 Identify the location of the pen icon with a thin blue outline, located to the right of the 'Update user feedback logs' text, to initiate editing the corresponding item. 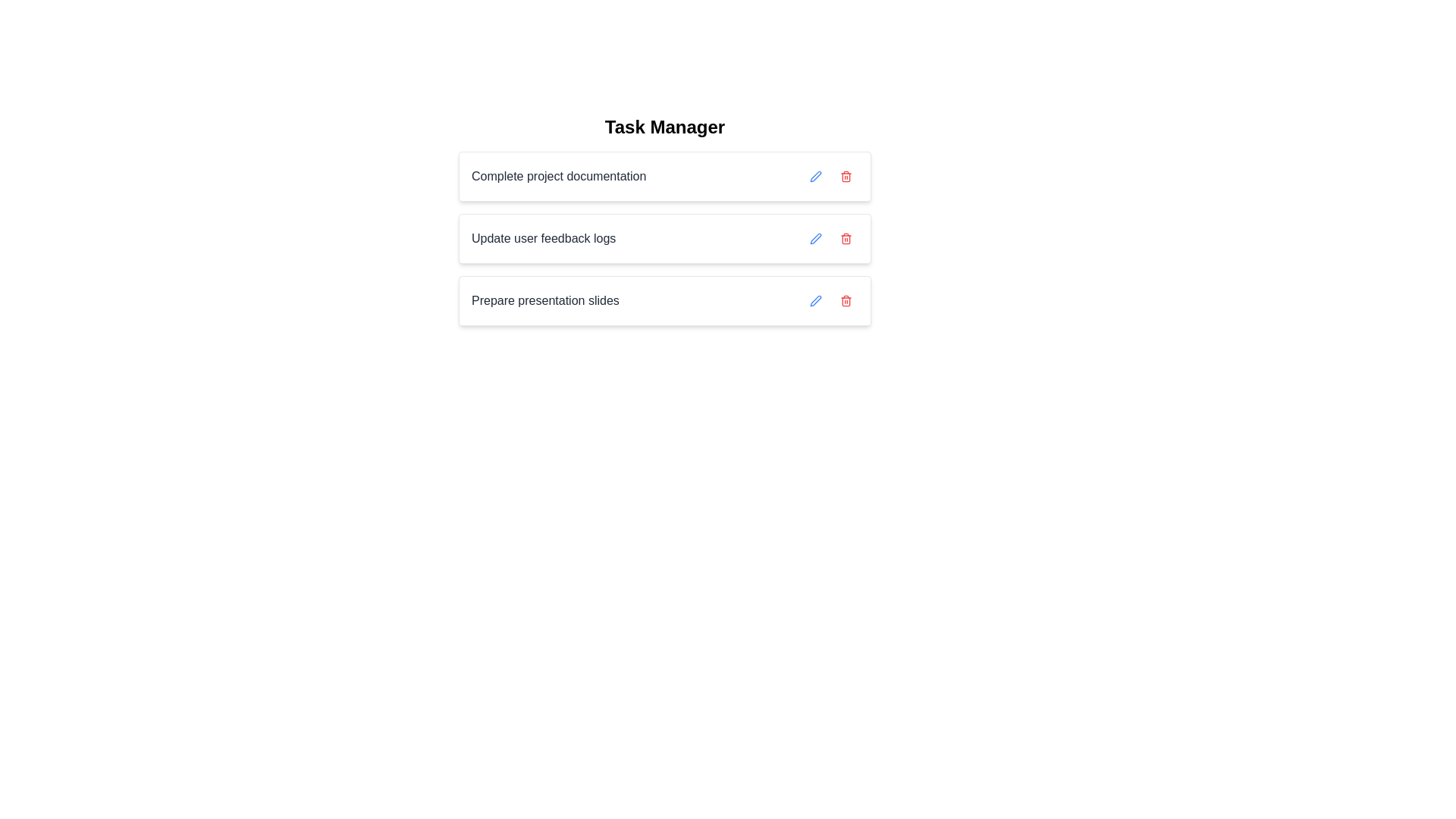
(814, 175).